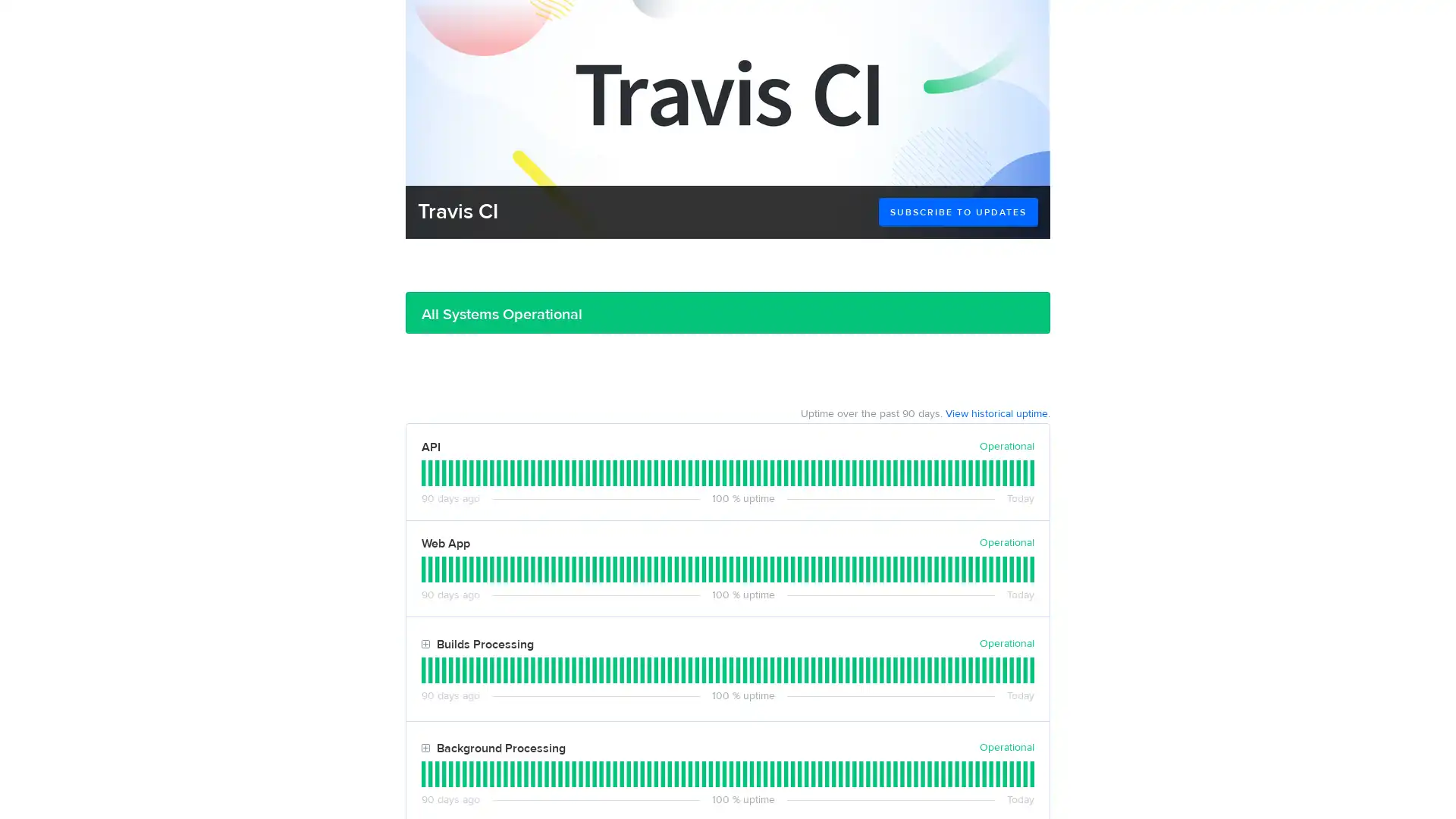 The width and height of the screenshot is (1456, 819). I want to click on Toggle Background Processing, so click(425, 748).